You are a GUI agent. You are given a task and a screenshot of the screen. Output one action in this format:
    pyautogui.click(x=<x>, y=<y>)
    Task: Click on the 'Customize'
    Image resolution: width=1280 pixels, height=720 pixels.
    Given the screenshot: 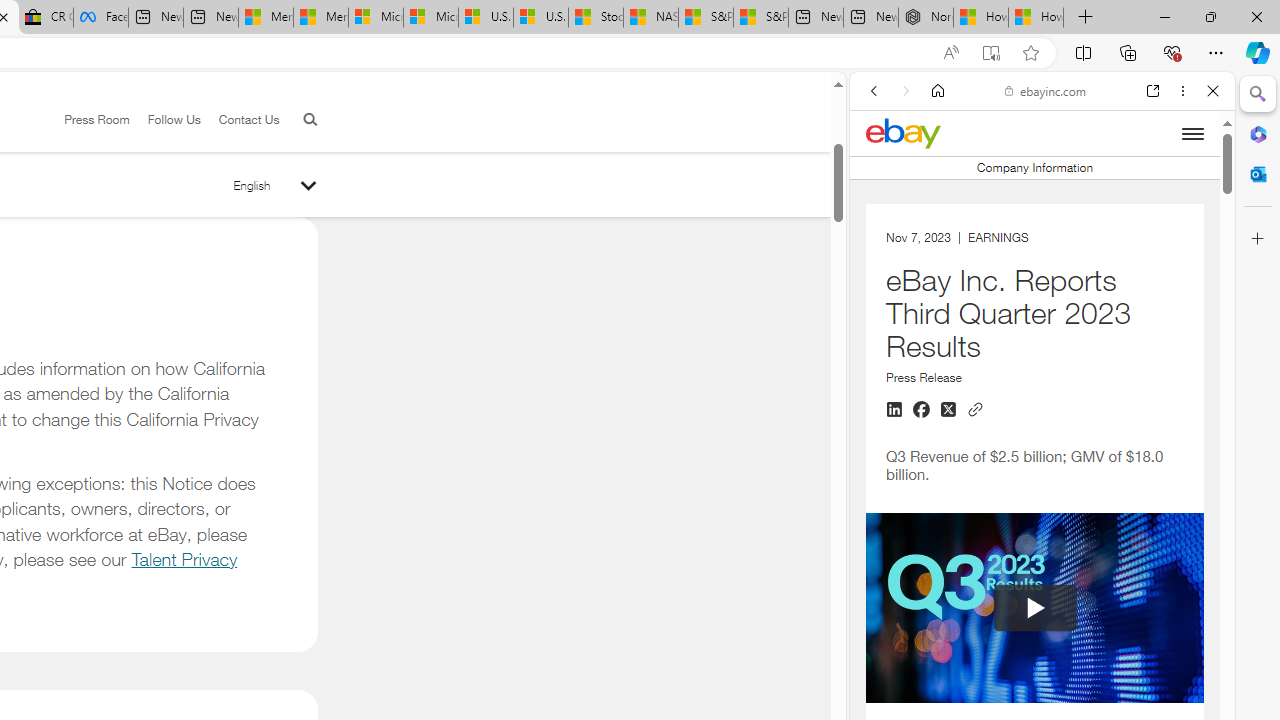 What is the action you would take?
    pyautogui.click(x=1257, y=238)
    